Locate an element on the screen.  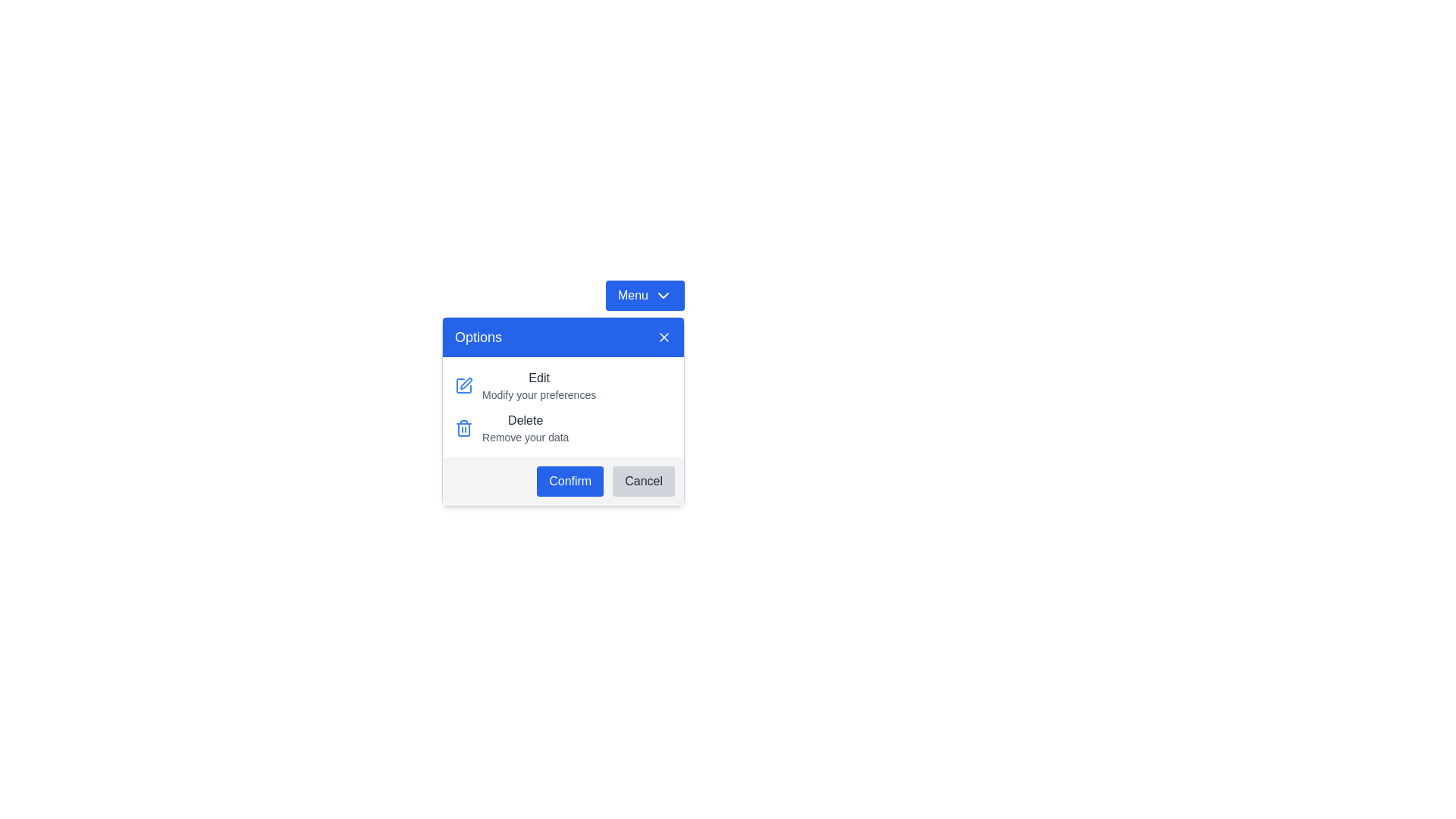
the blue trash can icon, which symbolizes a 'delete' action and is positioned to the left of the 'Delete' label is located at coordinates (463, 428).